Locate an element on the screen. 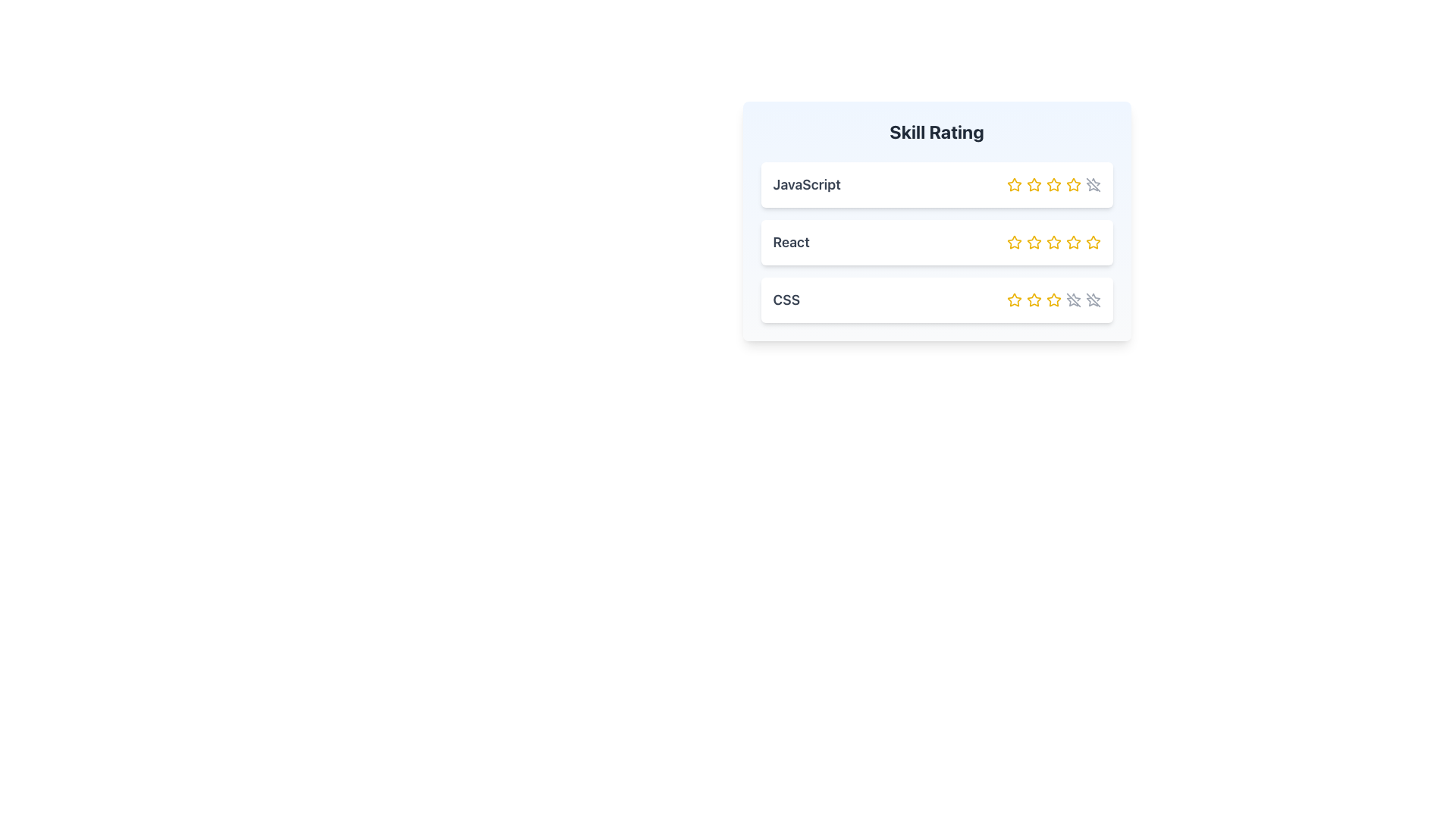 The image size is (1456, 819). the gray outlined star icon with a slash across it, which is the last in the horizontal sequence of rating icons for the CSS skill entry is located at coordinates (1072, 300).